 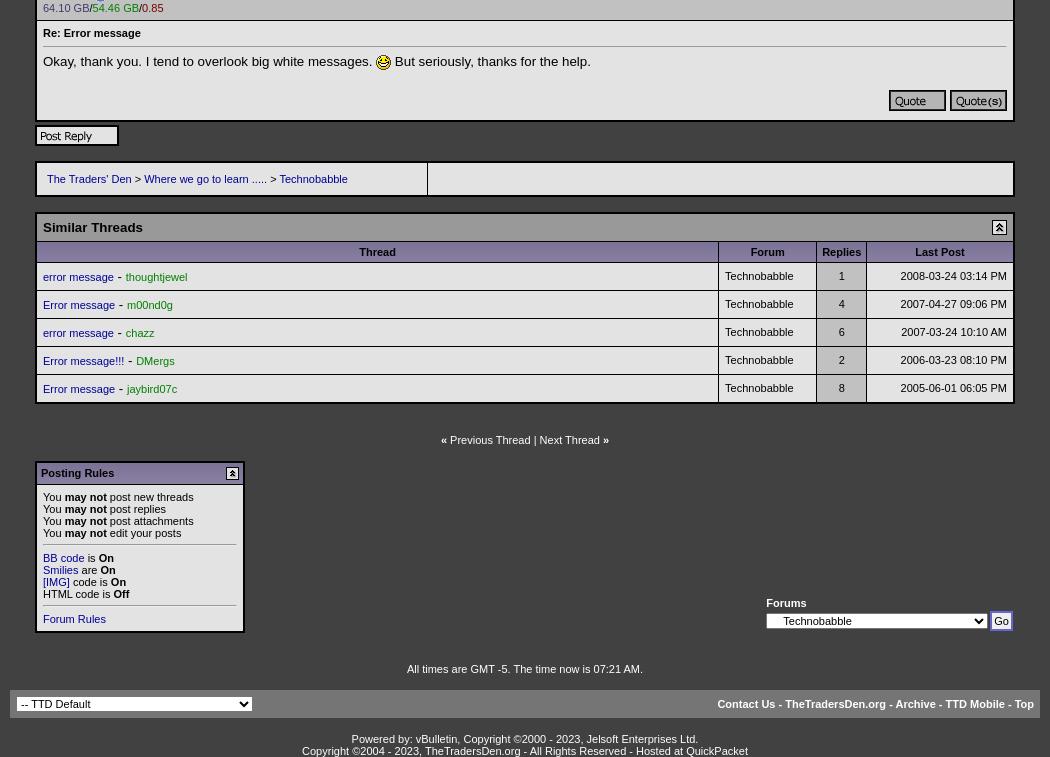 What do you see at coordinates (841, 303) in the screenshot?
I see `'4'` at bounding box center [841, 303].